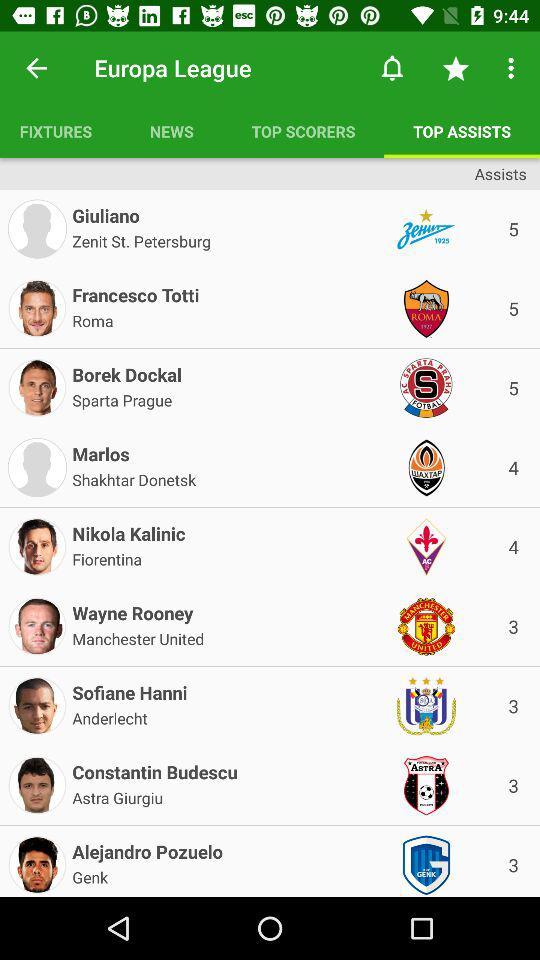 The image size is (540, 960). I want to click on the item next to top assists, so click(302, 130).